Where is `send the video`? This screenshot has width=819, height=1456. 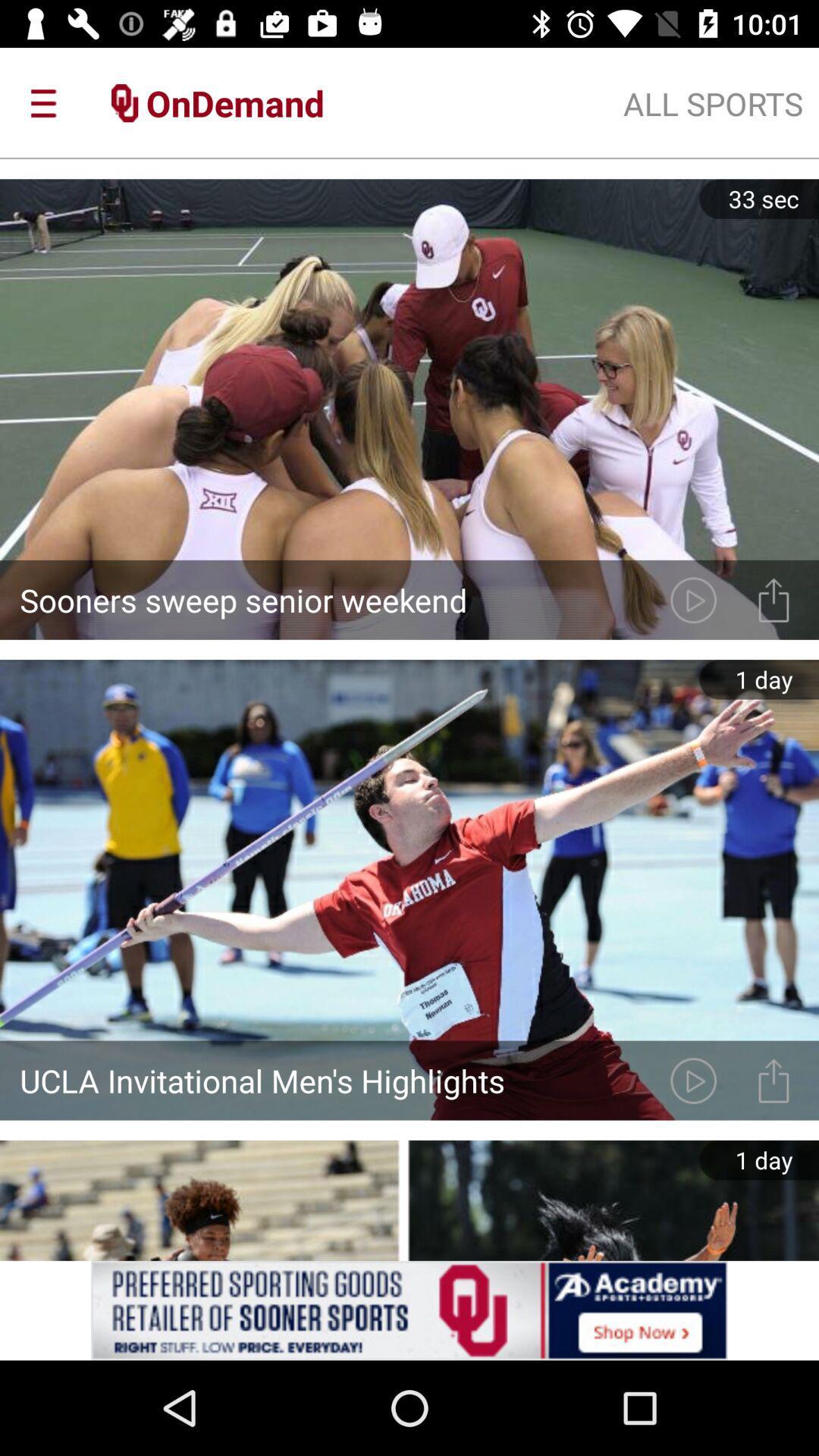
send the video is located at coordinates (773, 1080).